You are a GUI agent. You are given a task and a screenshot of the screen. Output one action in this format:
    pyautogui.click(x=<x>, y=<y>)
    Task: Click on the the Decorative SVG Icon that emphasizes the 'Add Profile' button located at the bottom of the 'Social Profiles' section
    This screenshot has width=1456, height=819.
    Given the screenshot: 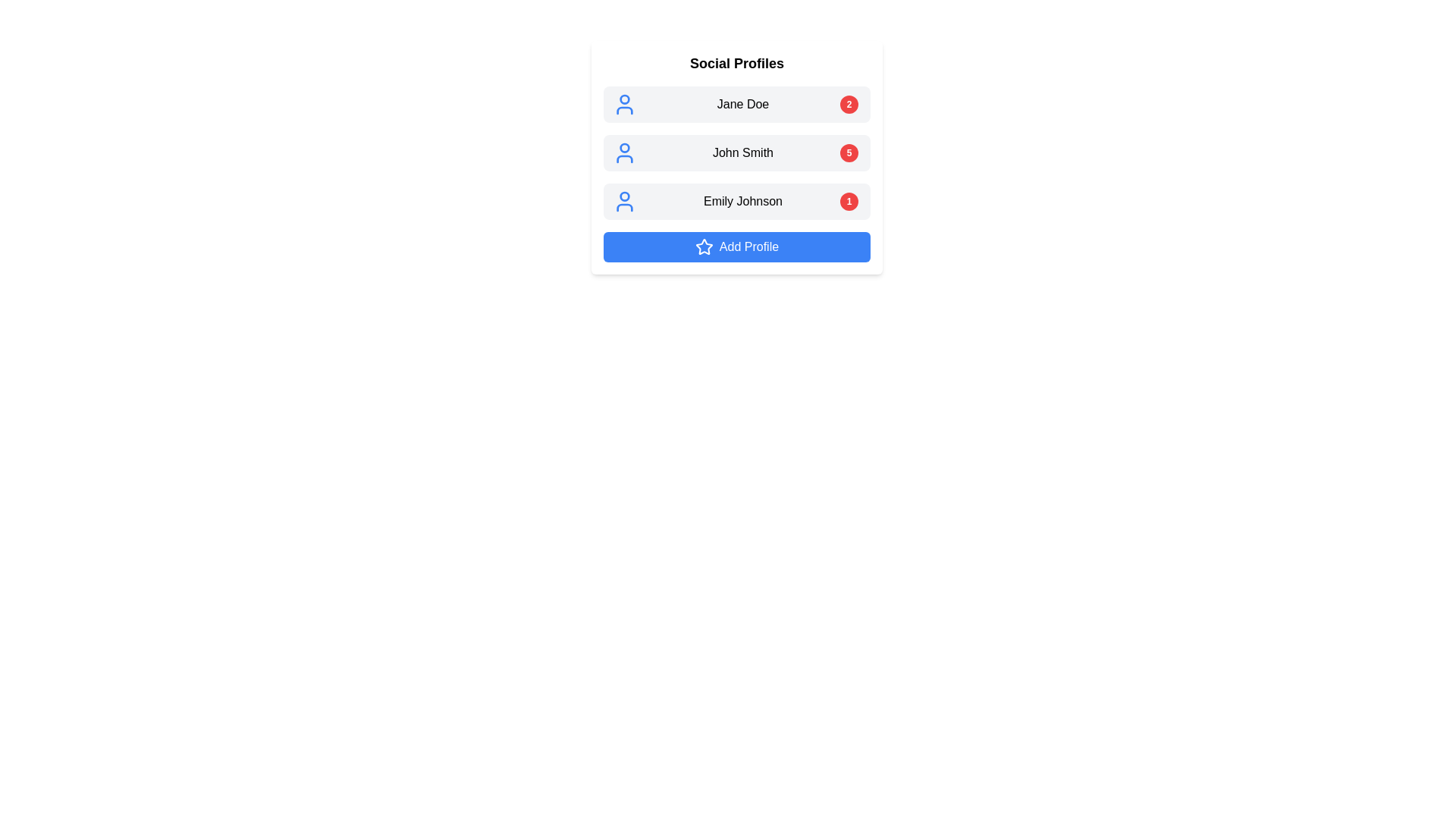 What is the action you would take?
    pyautogui.click(x=703, y=246)
    